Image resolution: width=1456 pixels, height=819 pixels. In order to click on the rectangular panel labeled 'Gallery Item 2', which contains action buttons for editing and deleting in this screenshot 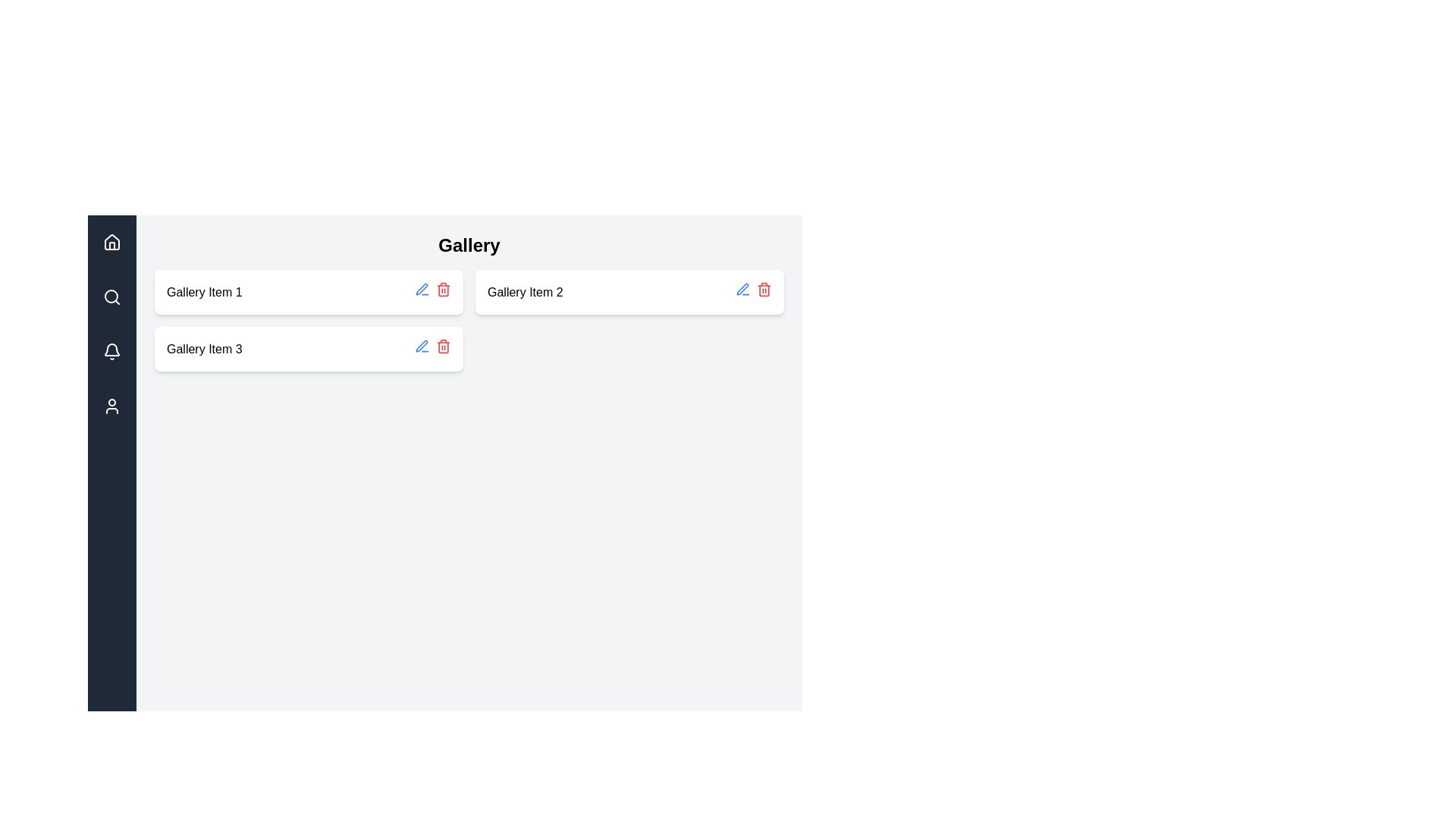, I will do `click(629, 292)`.